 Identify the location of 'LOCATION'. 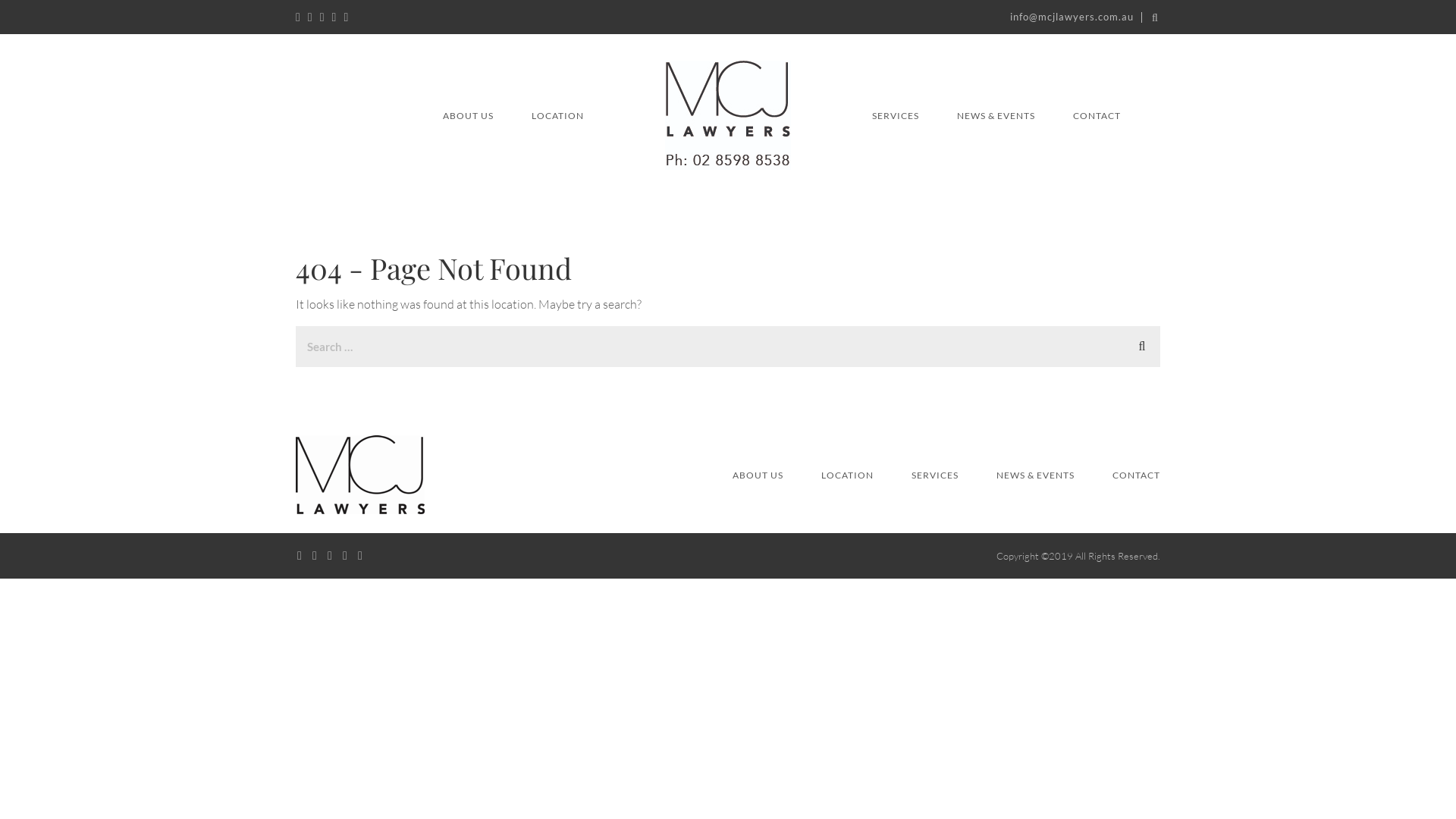
(557, 115).